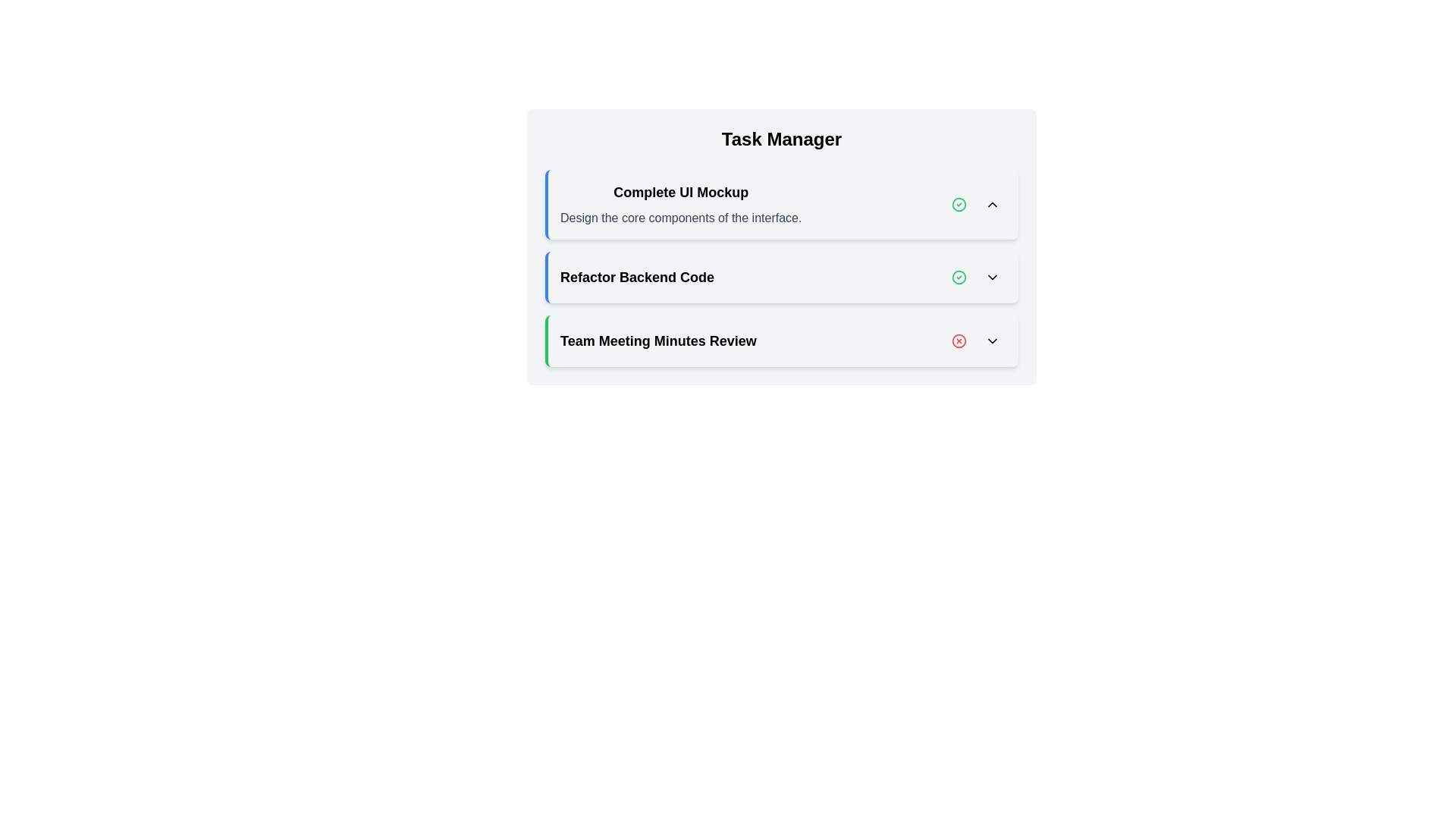  I want to click on the green-stroked circle icon with a checkmark in the second item of the task list, so click(959, 205).